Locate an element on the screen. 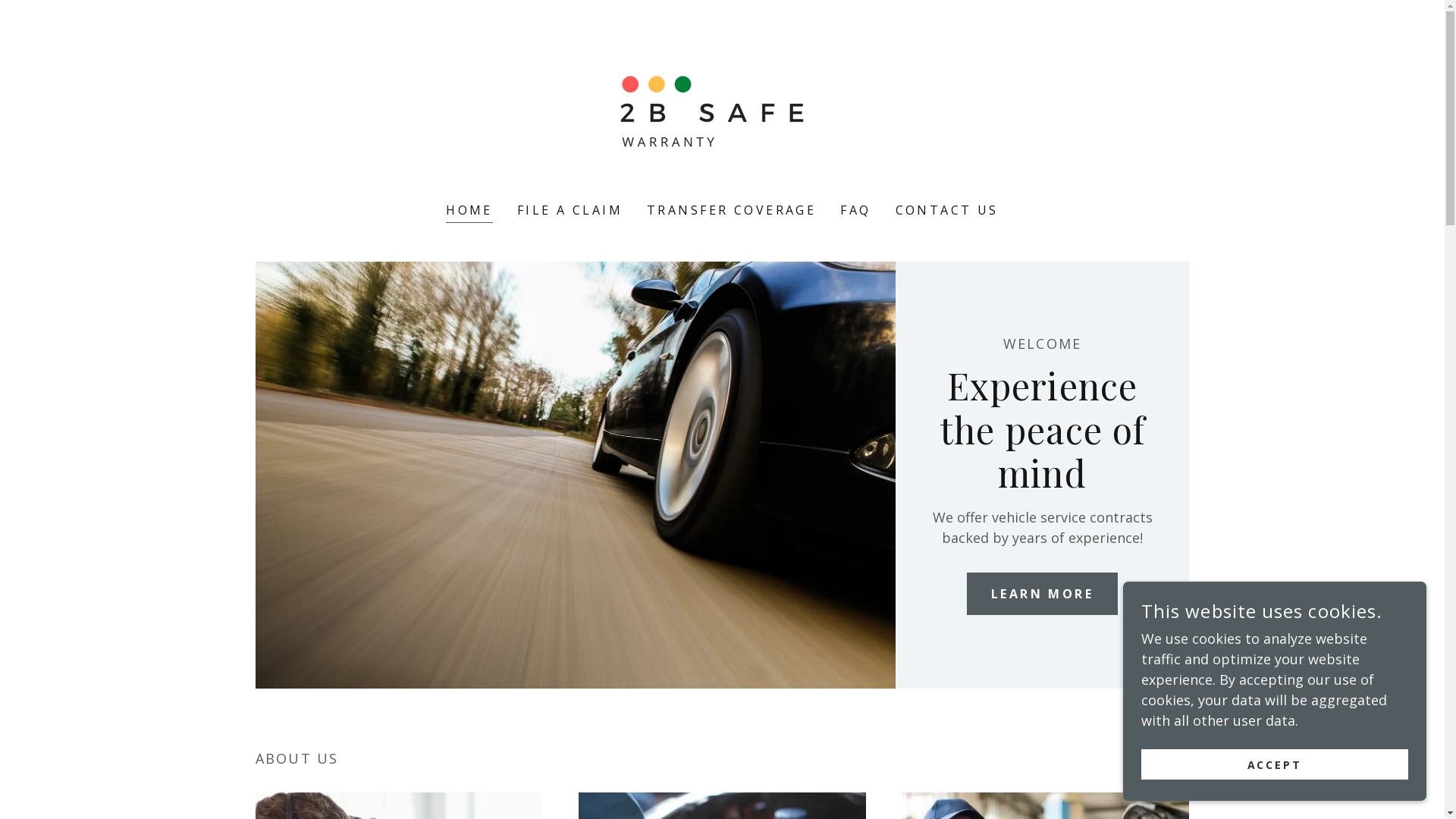 This screenshot has height=819, width=1456. 'FAQ' is located at coordinates (855, 210).